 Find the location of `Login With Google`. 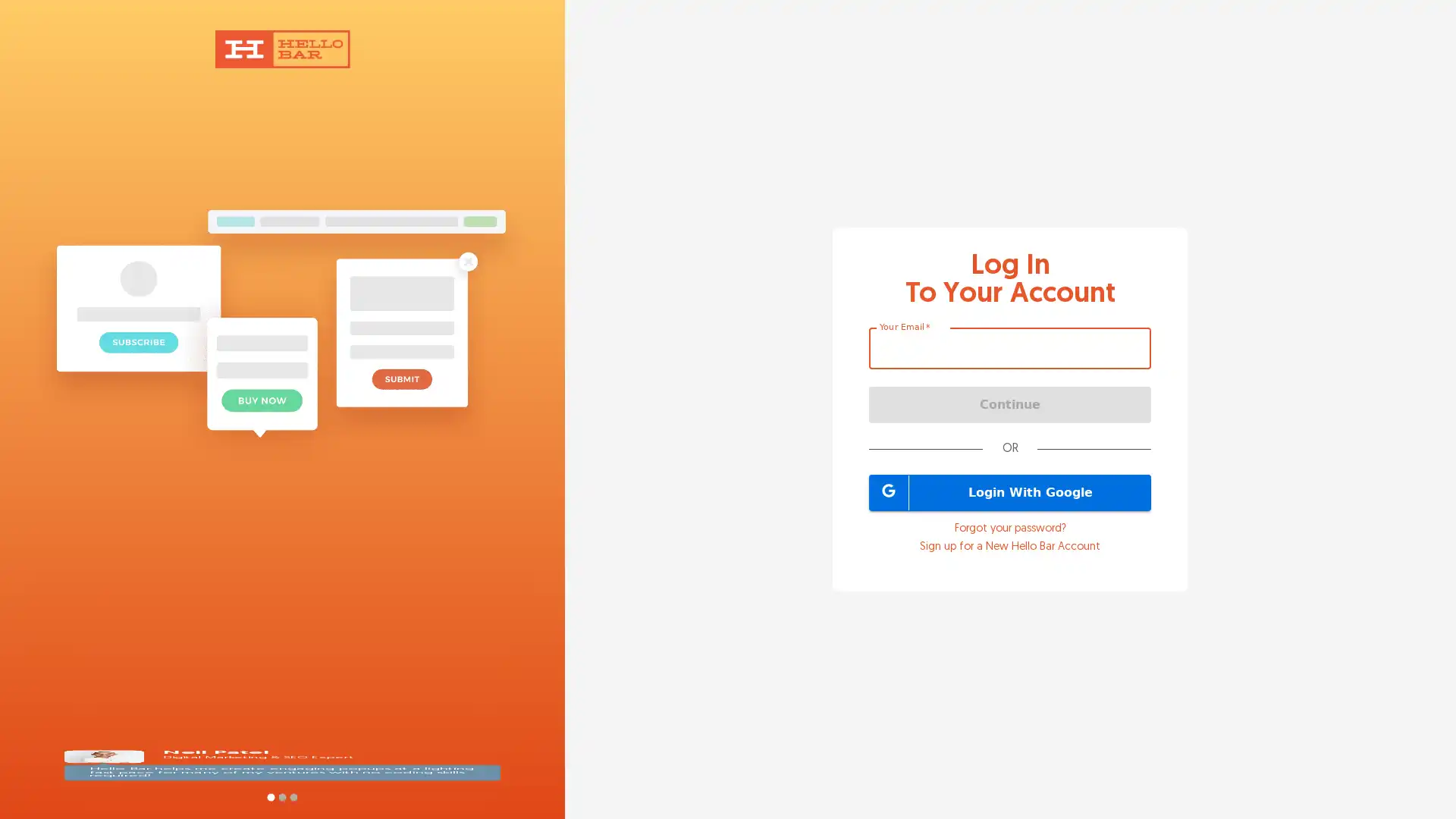

Login With Google is located at coordinates (1010, 491).